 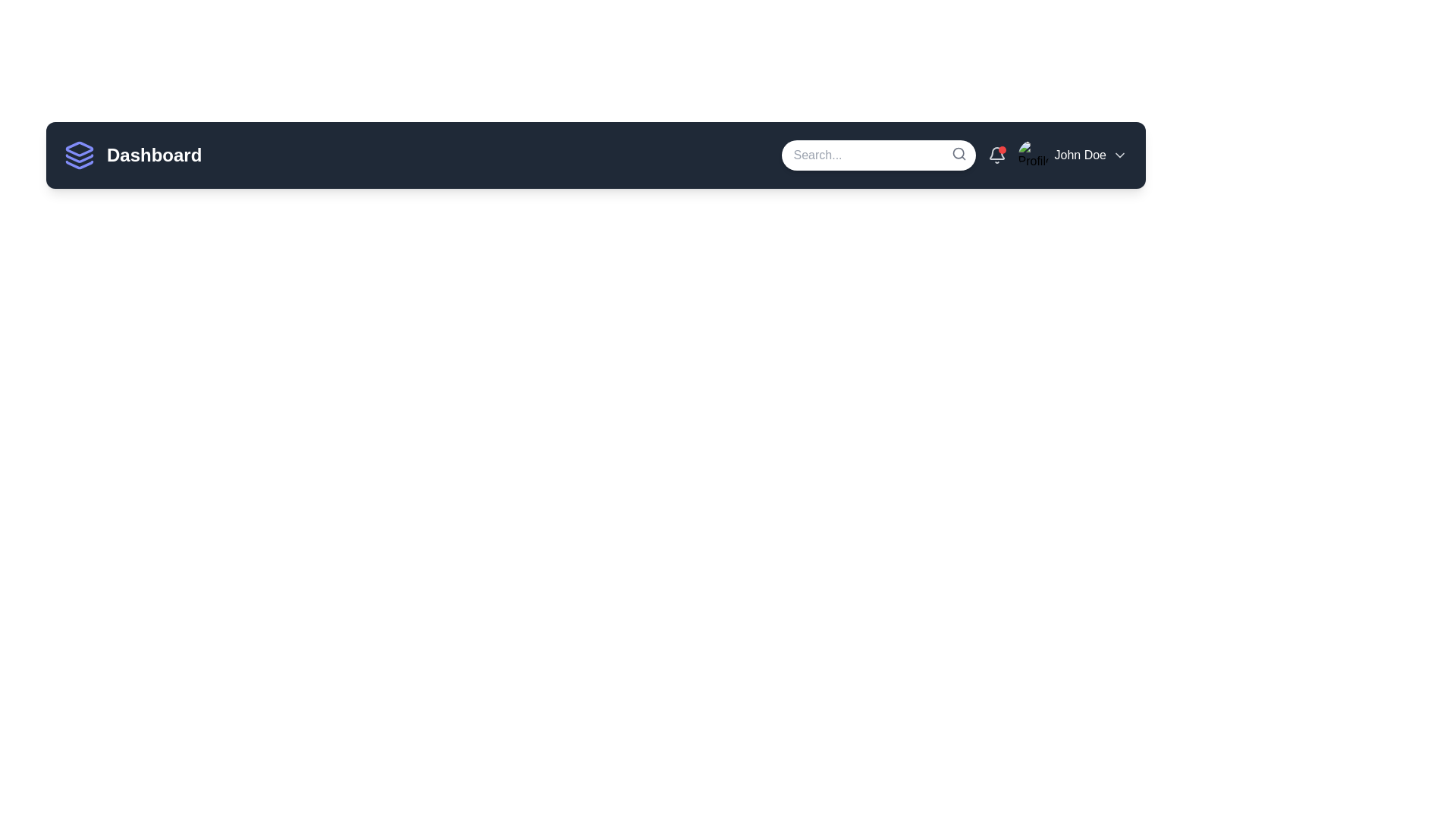 I want to click on the chevron icon next to the name 'John Doe' in the navigation bar, so click(x=1120, y=155).